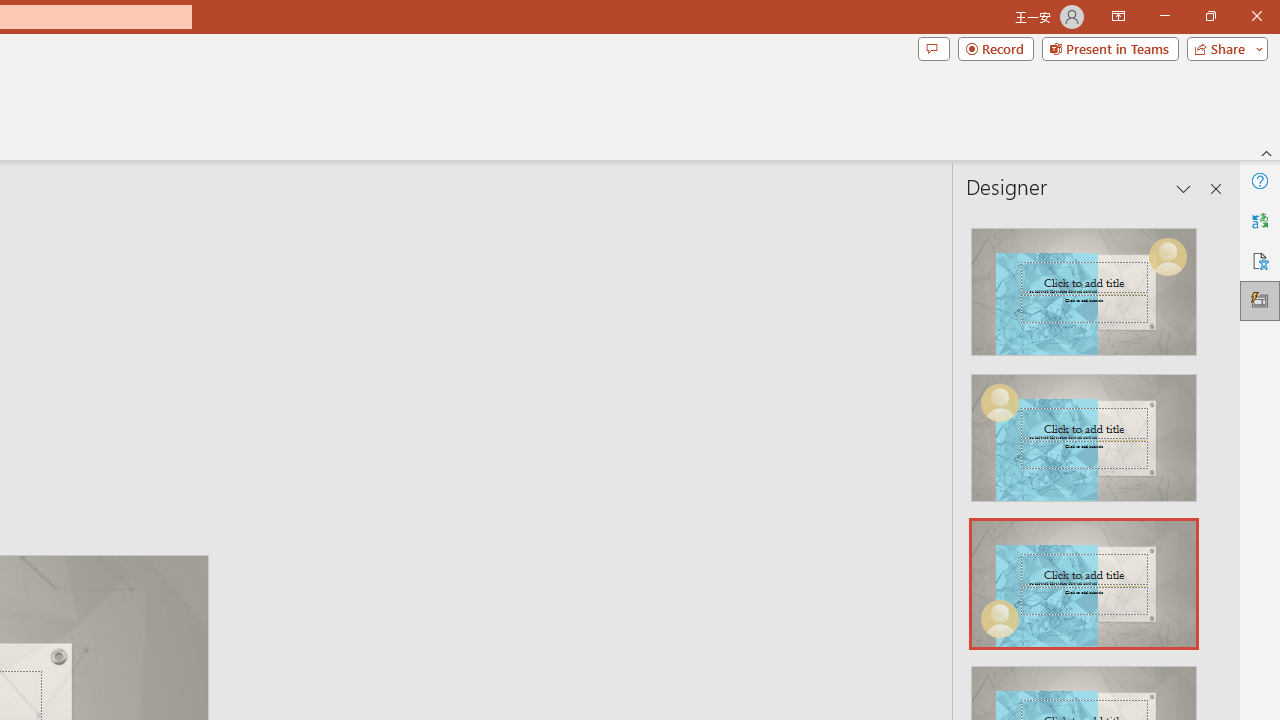 The image size is (1280, 720). Describe the element at coordinates (1259, 221) in the screenshot. I see `'Translator'` at that location.